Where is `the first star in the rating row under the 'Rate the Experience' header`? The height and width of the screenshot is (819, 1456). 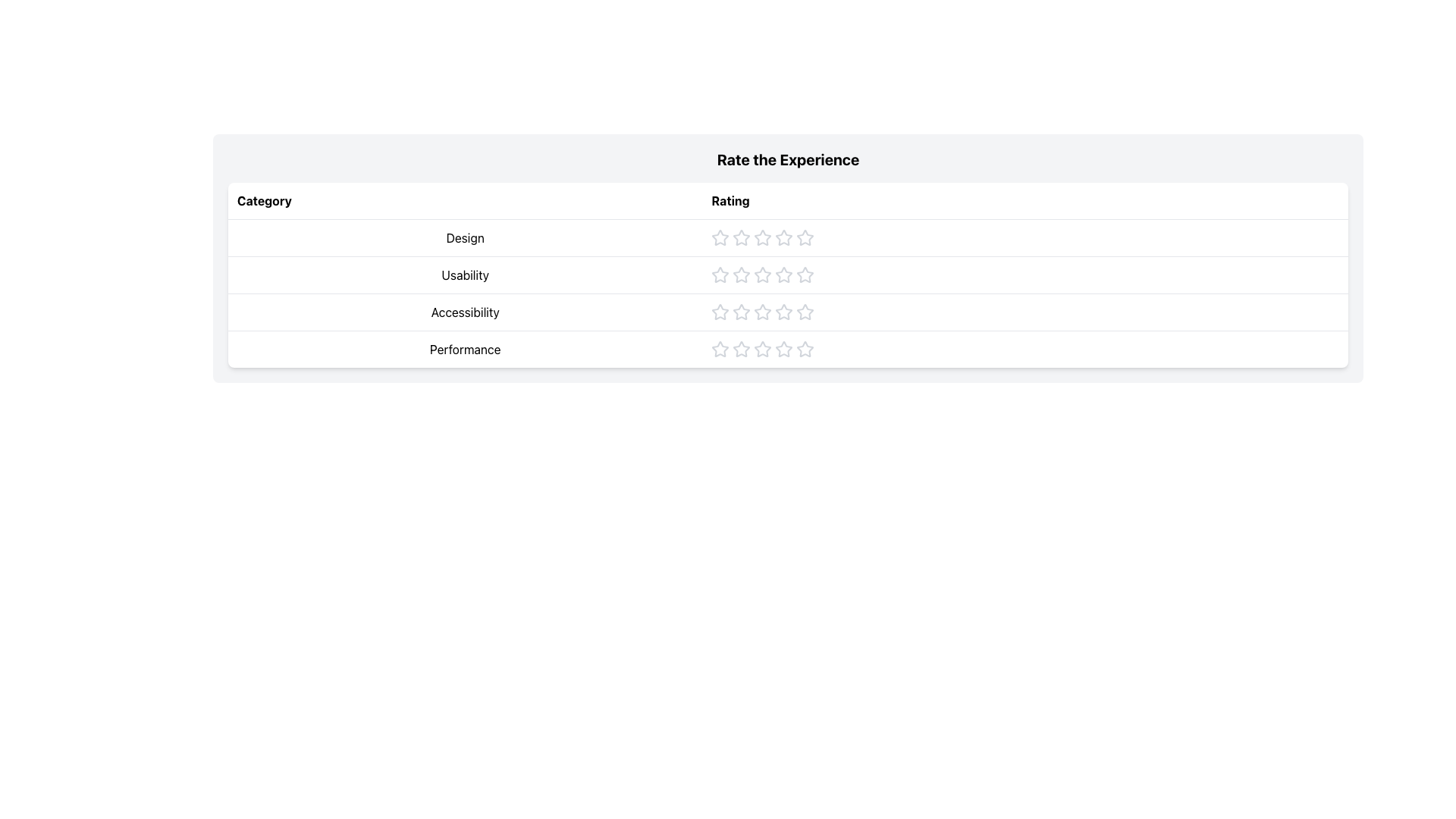
the first star in the rating row under the 'Rate the Experience' header is located at coordinates (742, 237).